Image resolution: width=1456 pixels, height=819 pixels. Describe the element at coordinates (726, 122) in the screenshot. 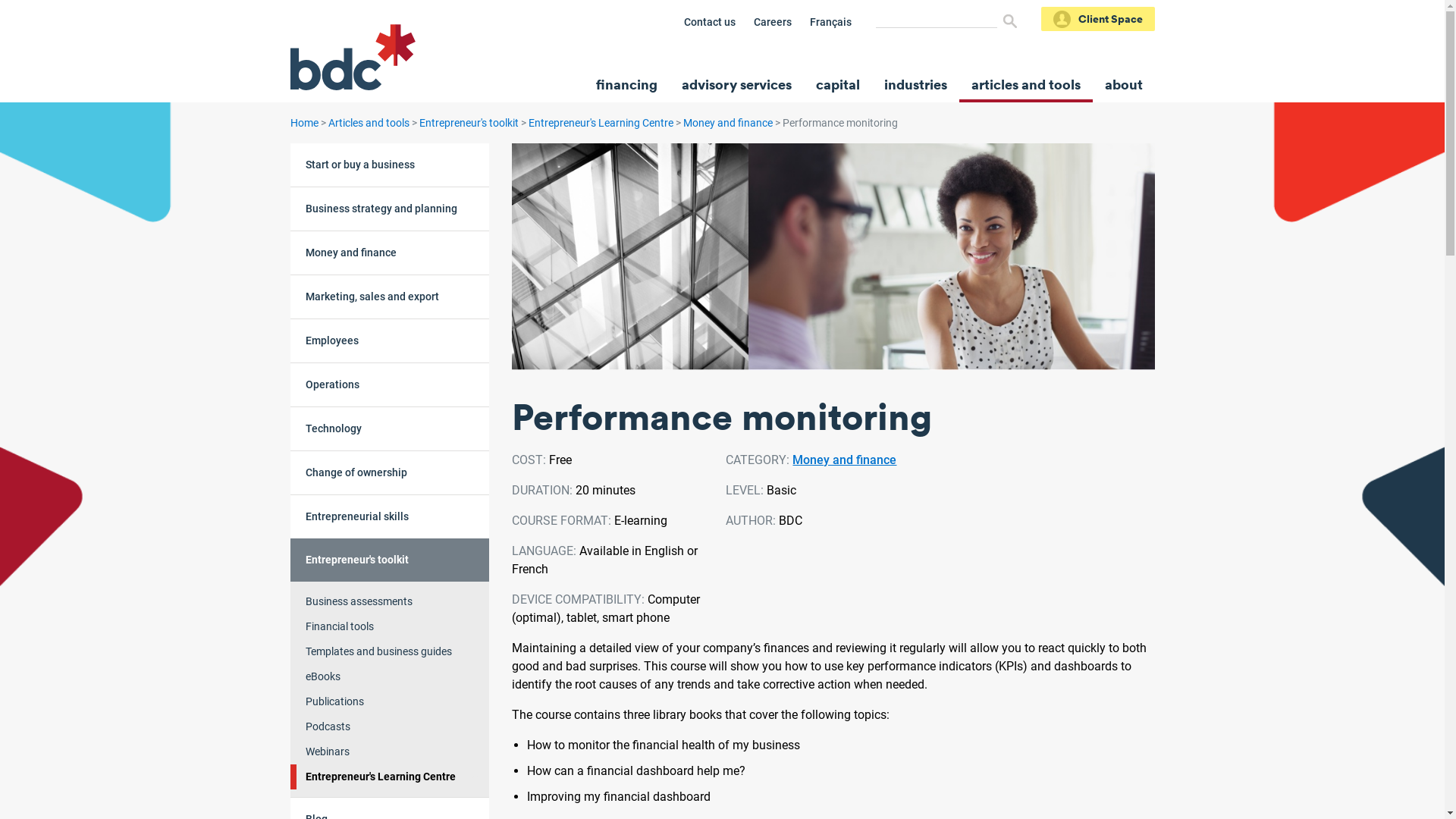

I see `'Money and finance'` at that location.